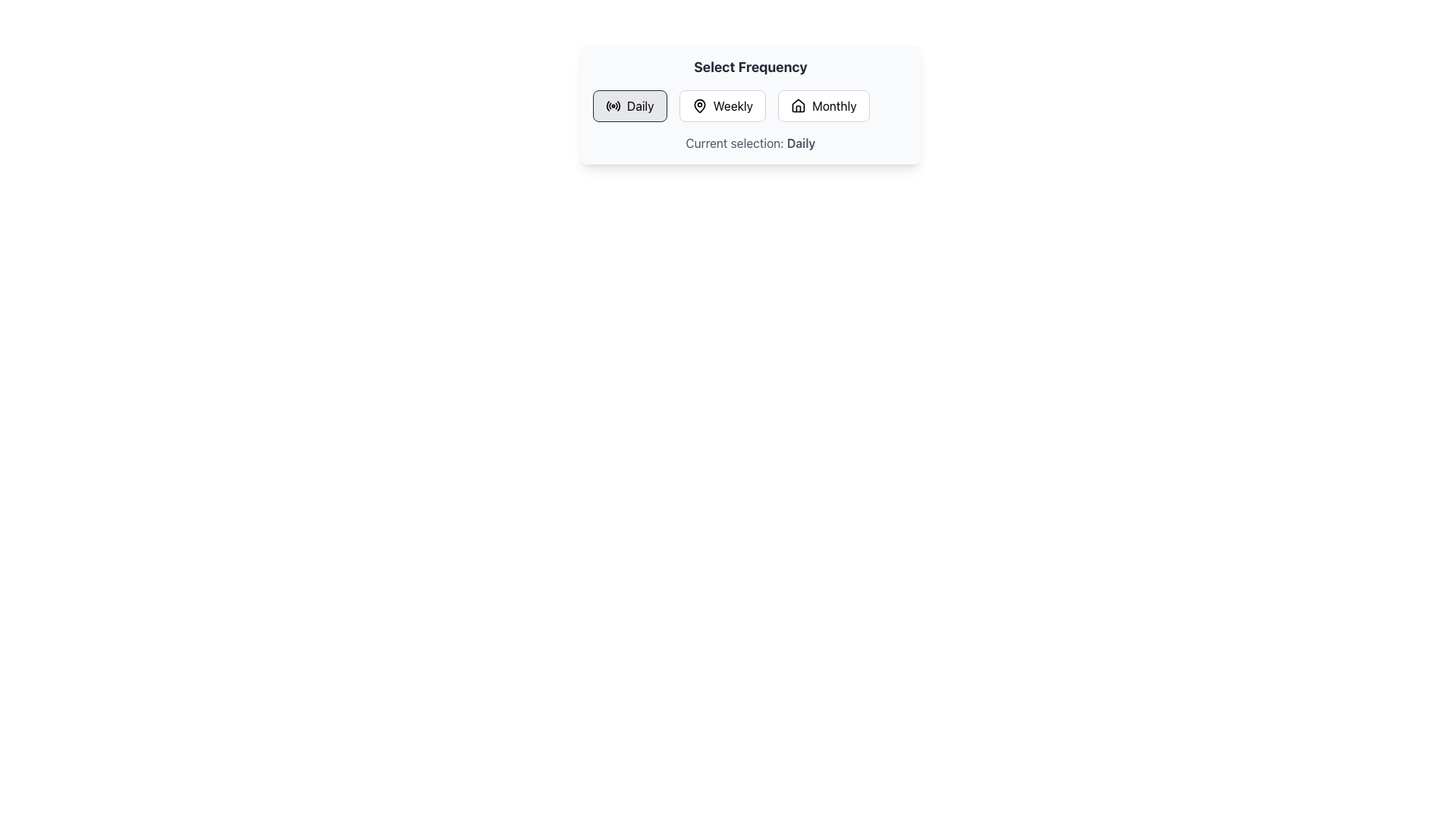 The image size is (1456, 819). What do you see at coordinates (698, 105) in the screenshot?
I see `the pin-shaped icon resembling a location marker, which is part of the 'Weekly' button in the central position of a horizontal button group` at bounding box center [698, 105].